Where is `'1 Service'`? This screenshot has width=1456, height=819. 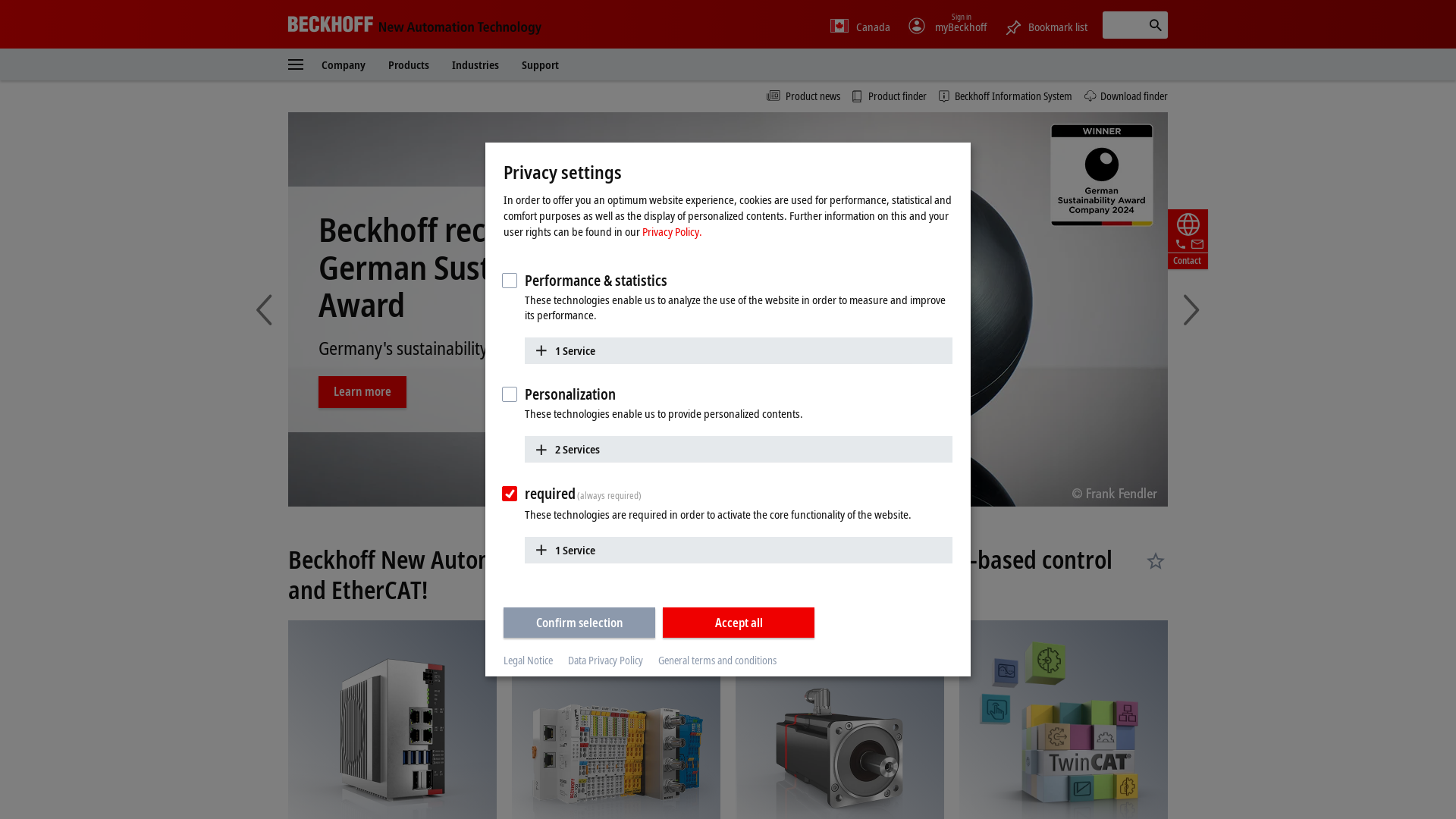
'1 Service' is located at coordinates (739, 350).